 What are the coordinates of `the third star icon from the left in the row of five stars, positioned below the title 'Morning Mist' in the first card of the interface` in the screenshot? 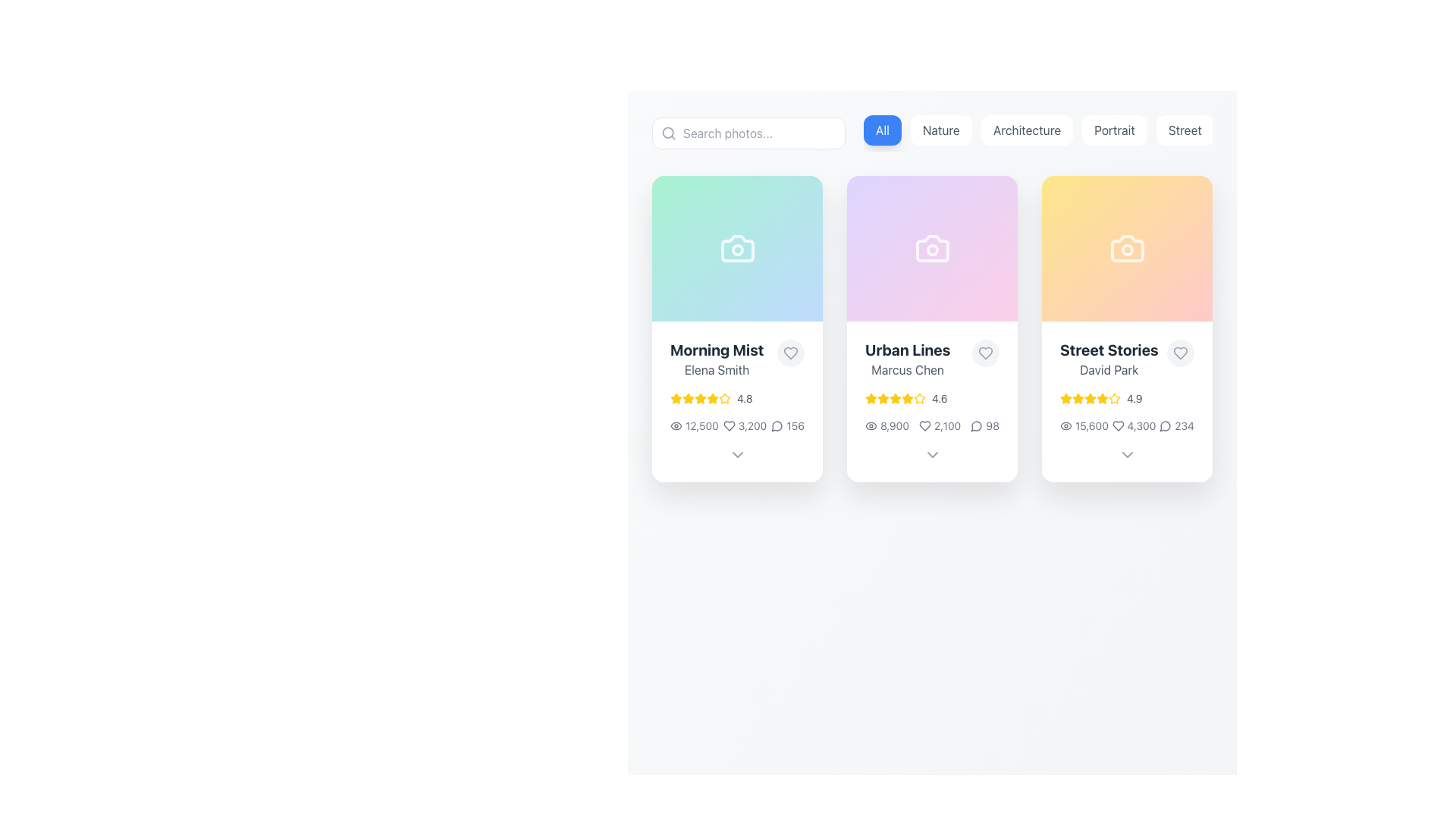 It's located at (687, 397).